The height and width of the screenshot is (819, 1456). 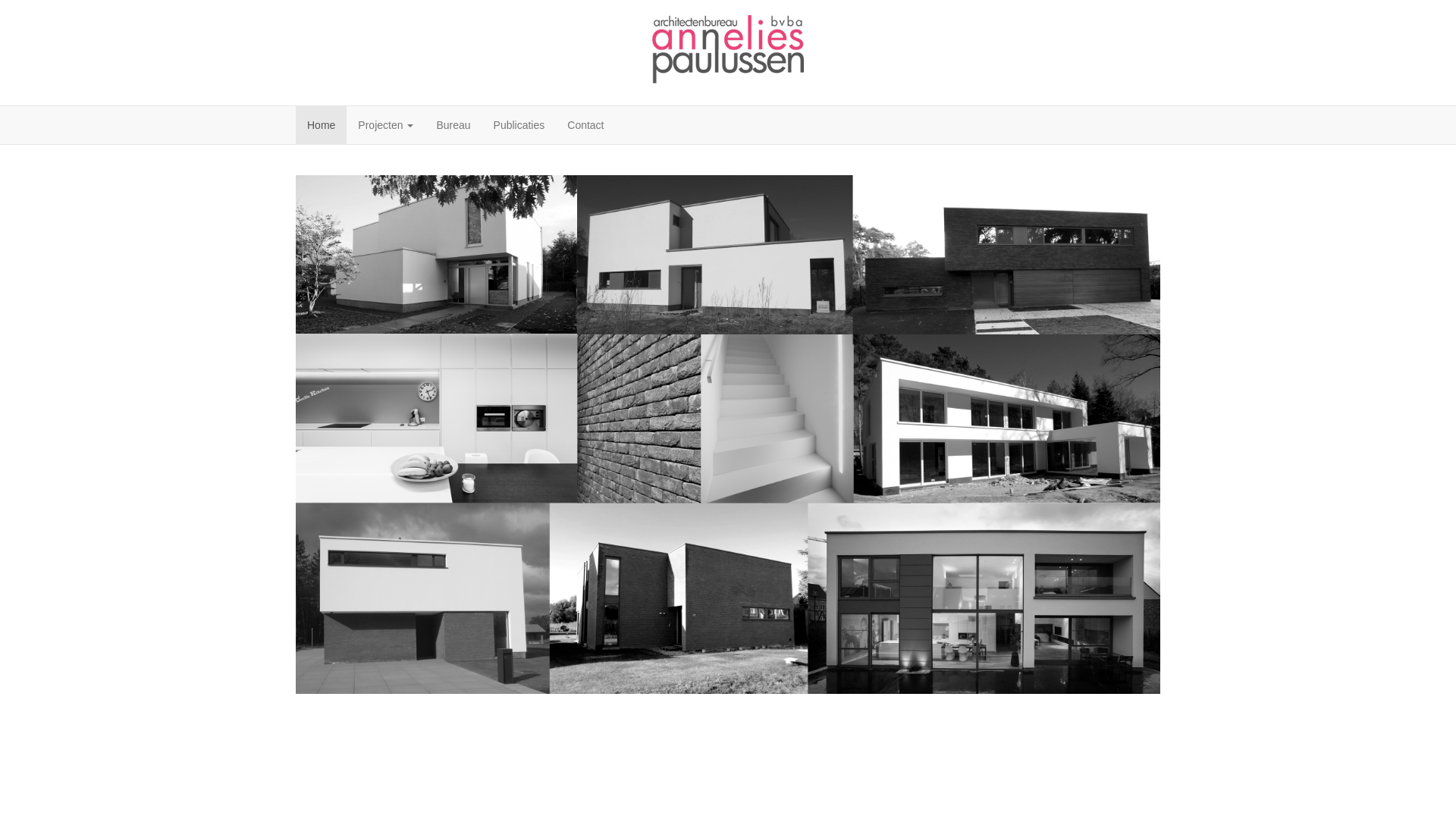 I want to click on 'Bureau', so click(x=425, y=124).